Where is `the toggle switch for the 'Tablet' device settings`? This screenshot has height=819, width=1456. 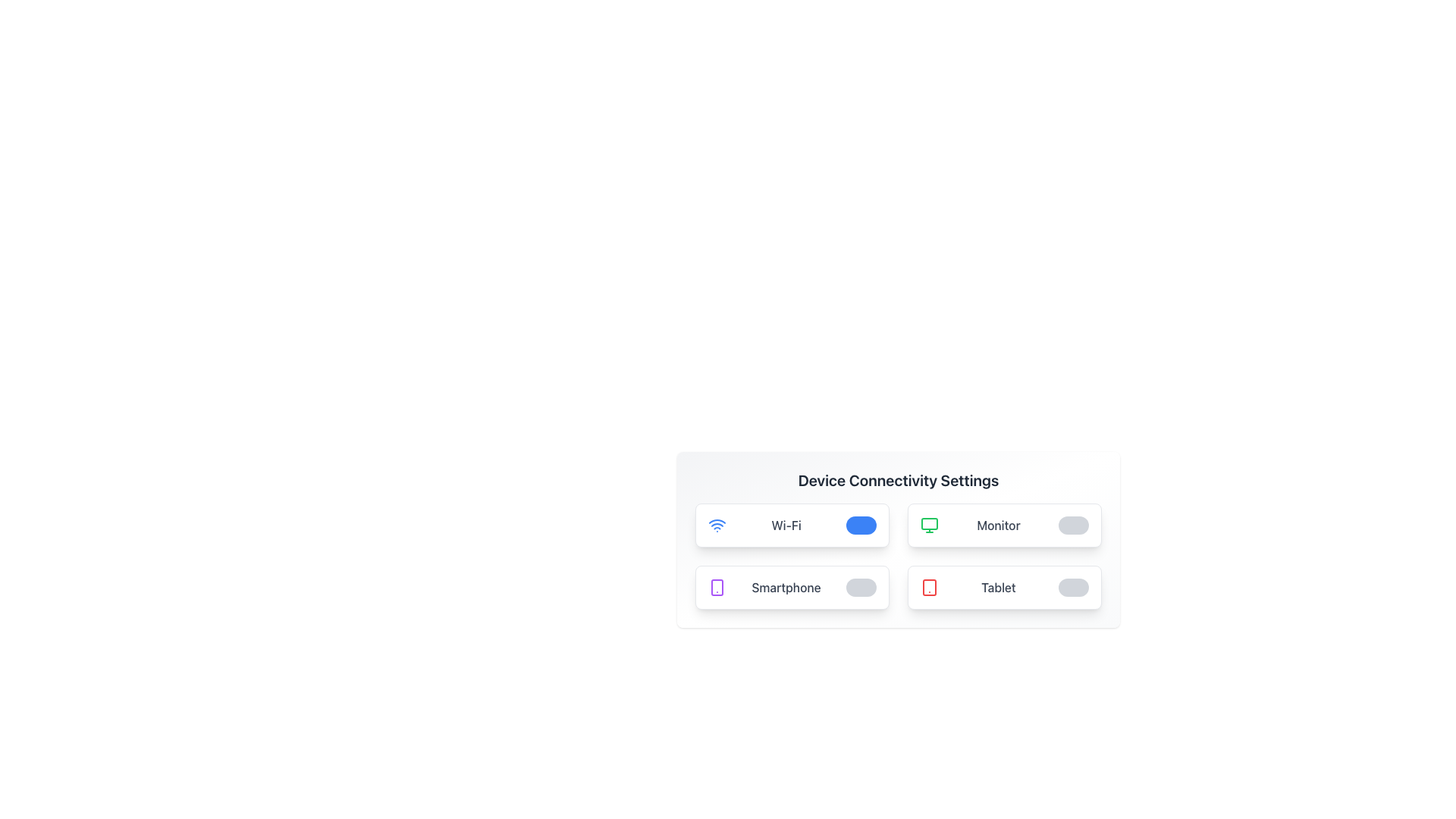
the toggle switch for the 'Tablet' device settings is located at coordinates (1073, 587).